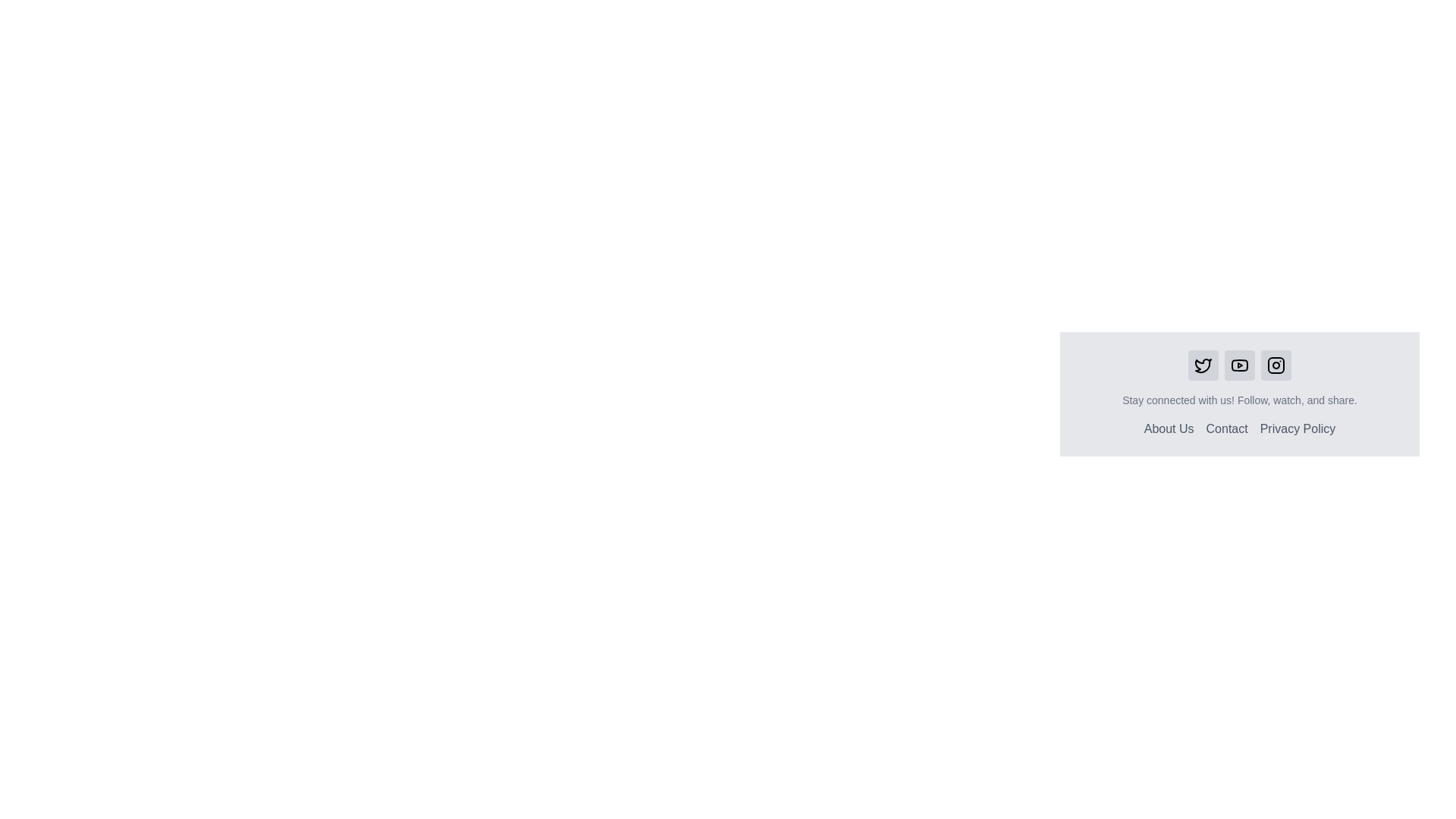 The height and width of the screenshot is (819, 1456). Describe the element at coordinates (1276, 366) in the screenshot. I see `the button with a circular Instagram logo, which is located to the far right within a horizontal group of three buttons, styled with a light gray background and rounded corners` at that location.